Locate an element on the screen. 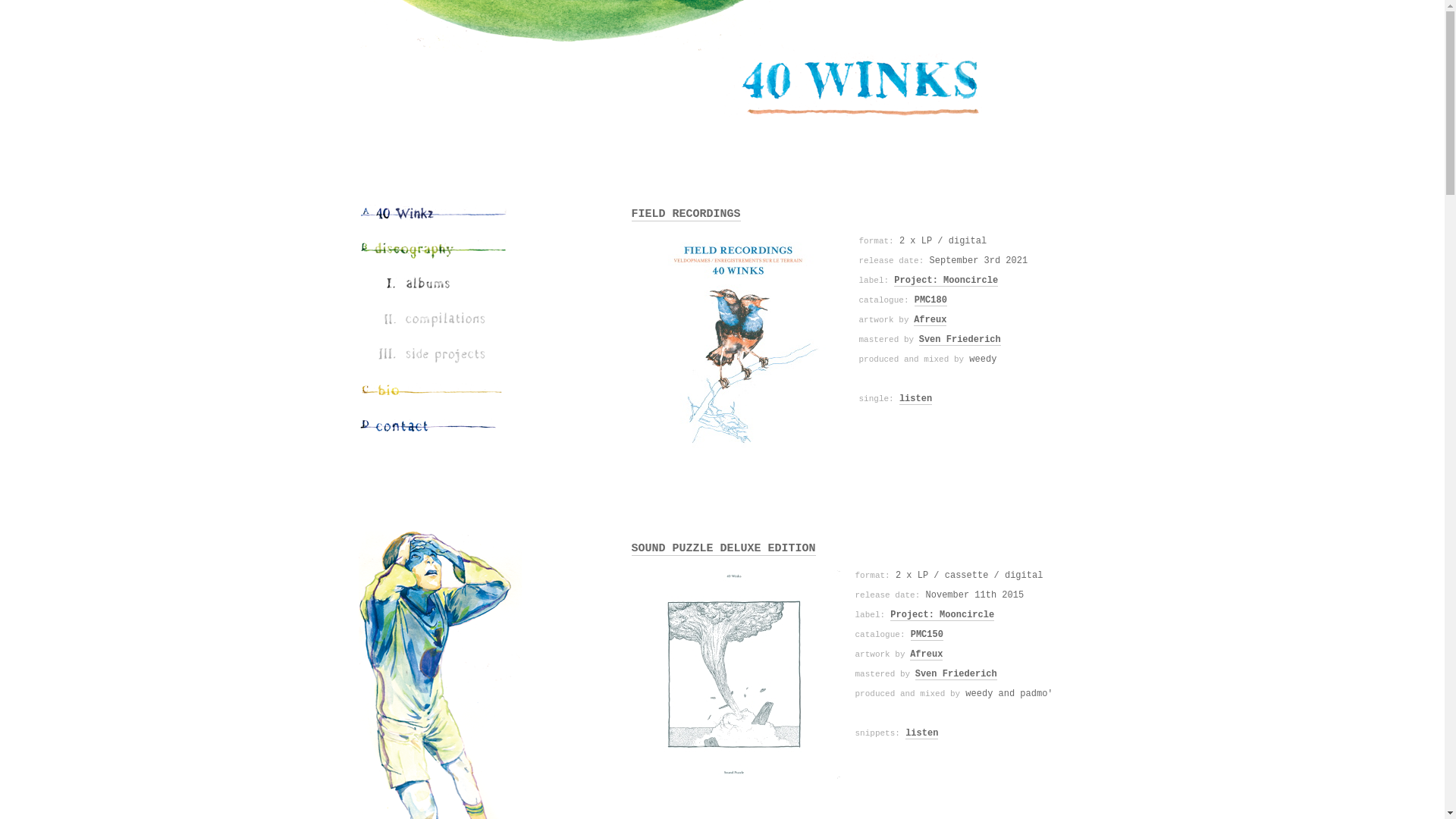  'Bio' is located at coordinates (356, 392).